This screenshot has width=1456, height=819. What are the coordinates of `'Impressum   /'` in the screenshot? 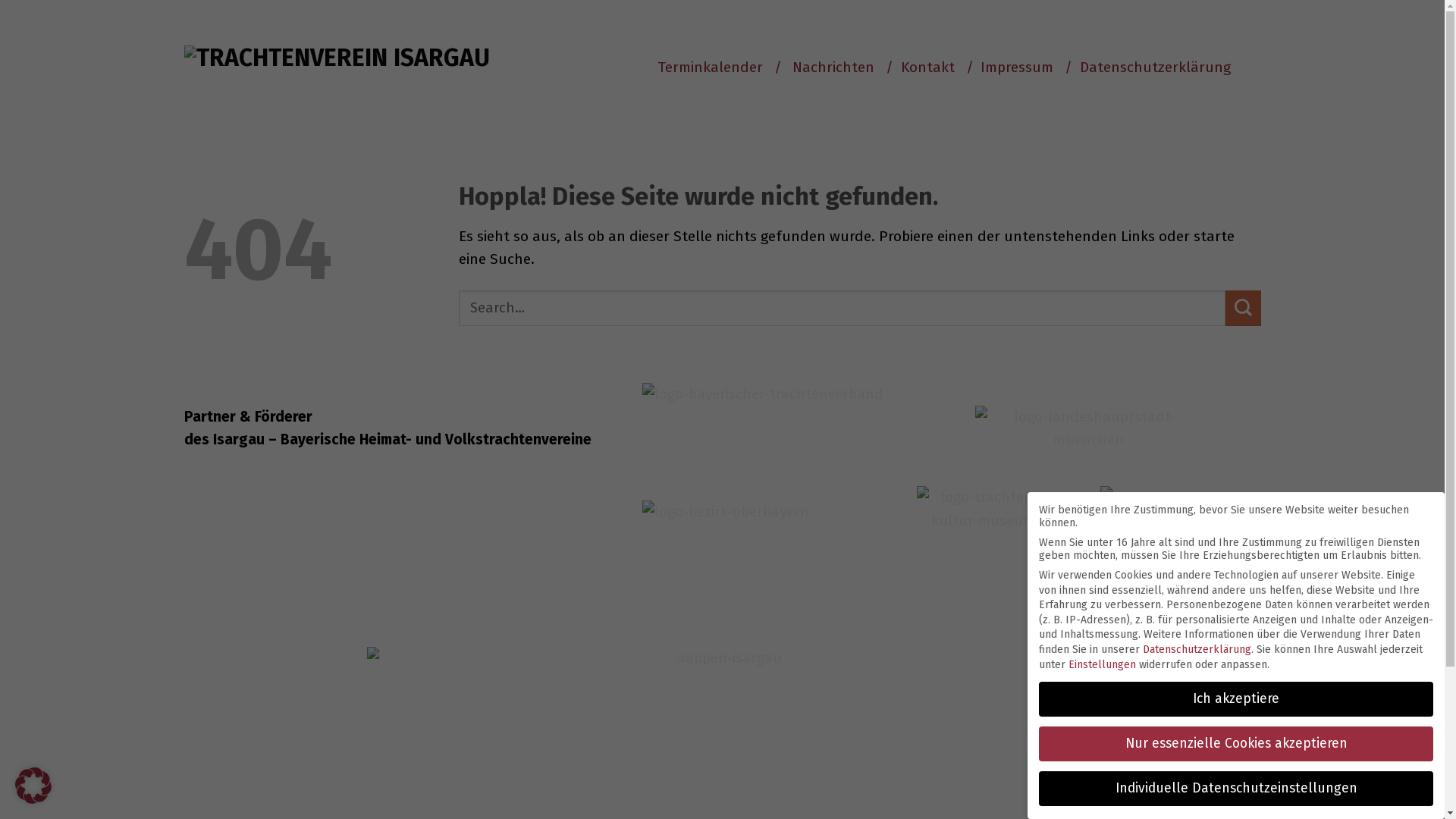 It's located at (1025, 66).